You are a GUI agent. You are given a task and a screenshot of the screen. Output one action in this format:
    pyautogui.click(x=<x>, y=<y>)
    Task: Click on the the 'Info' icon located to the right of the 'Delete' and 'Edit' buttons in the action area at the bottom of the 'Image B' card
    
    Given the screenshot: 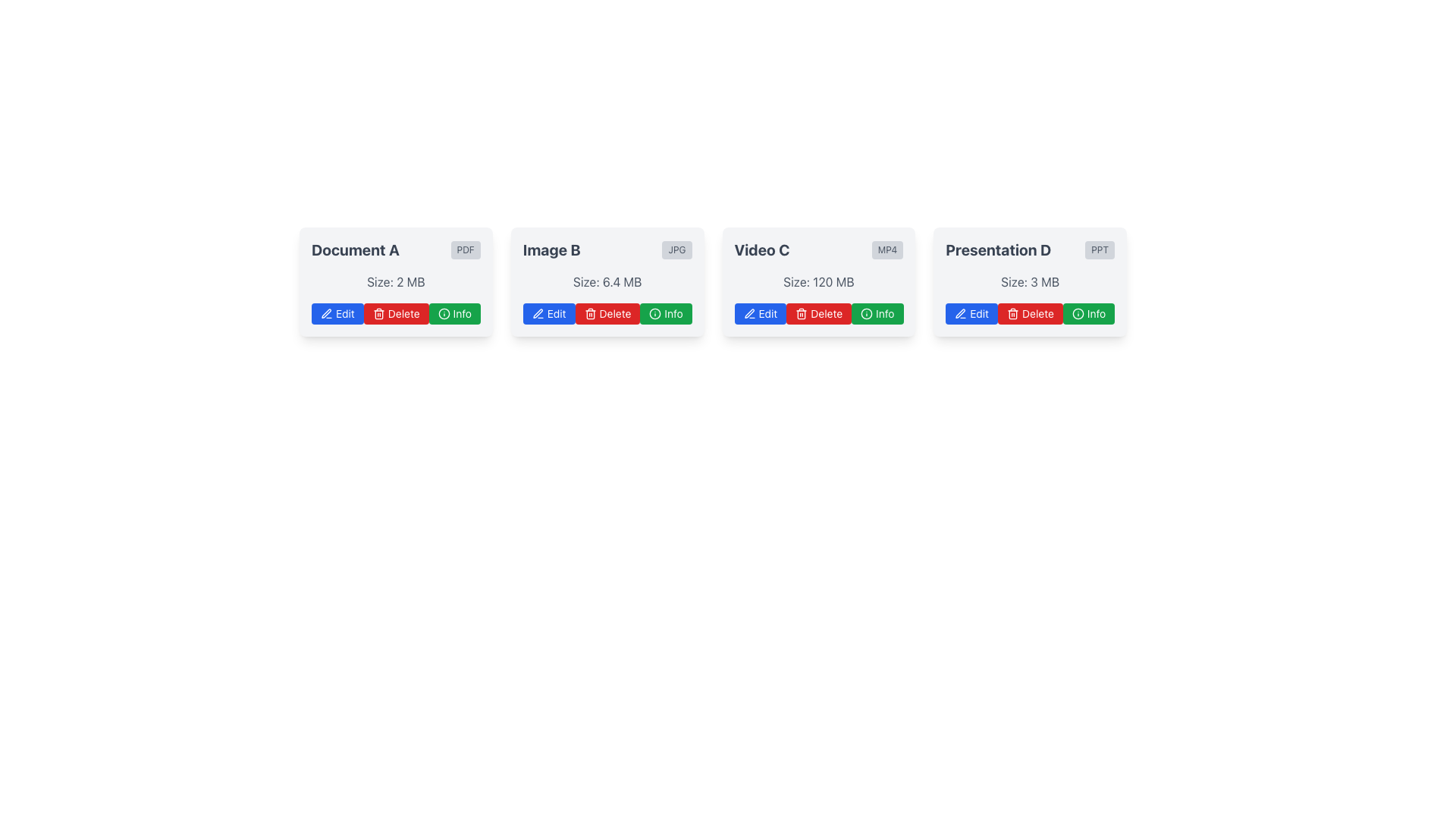 What is the action you would take?
    pyautogui.click(x=443, y=312)
    